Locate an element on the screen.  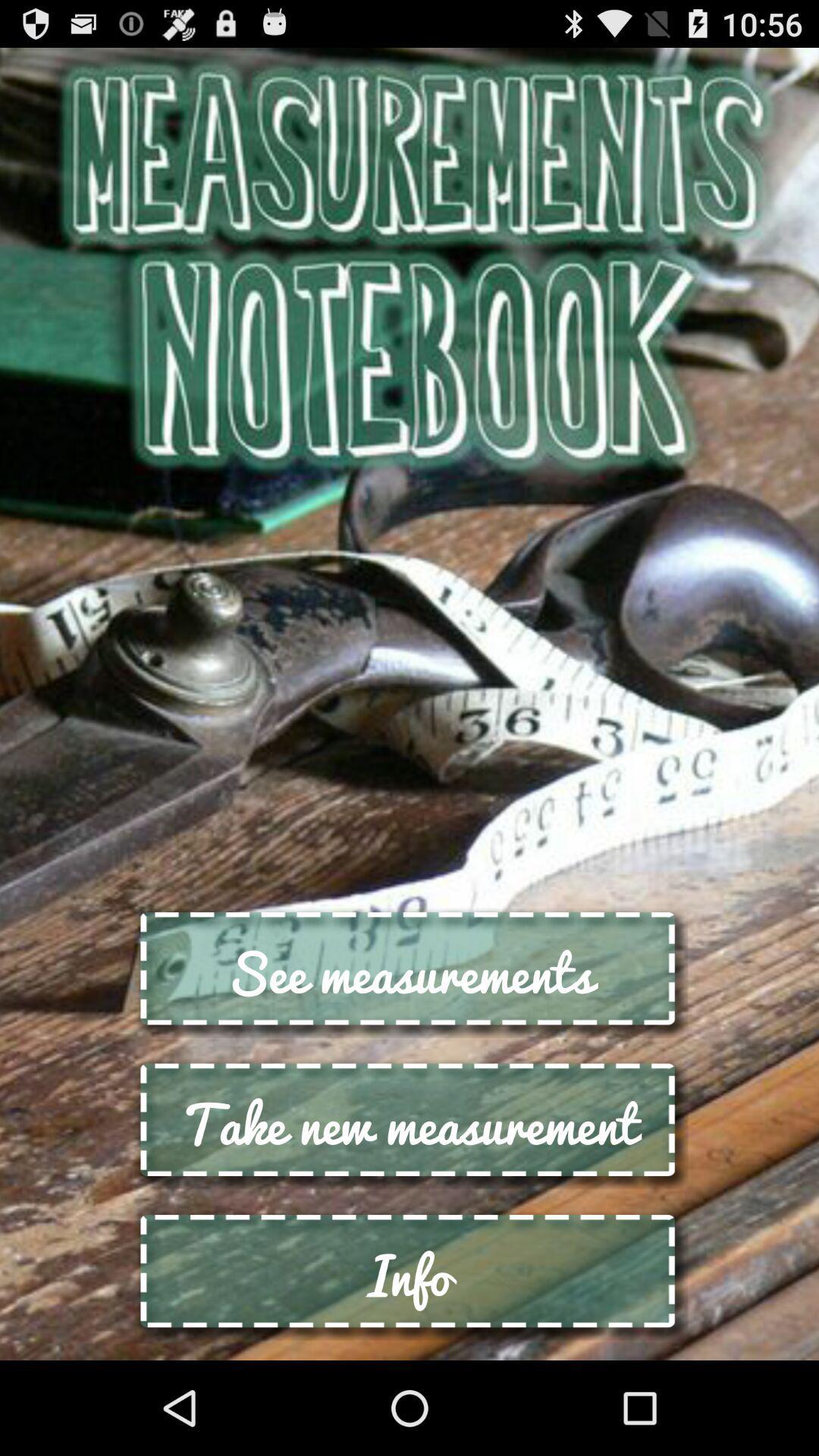
the take new measurement is located at coordinates (409, 1123).